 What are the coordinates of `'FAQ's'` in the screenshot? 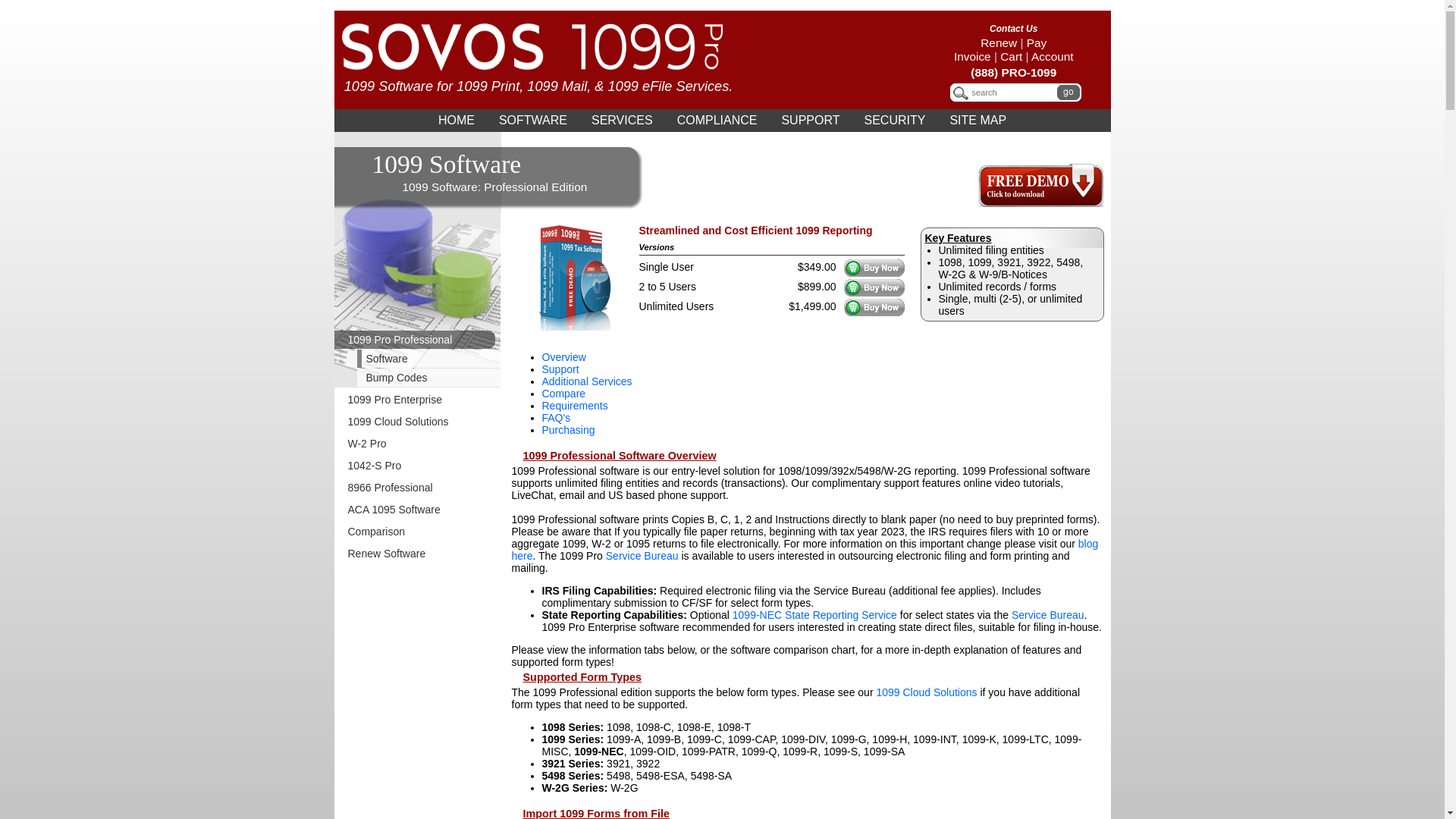 It's located at (555, 418).